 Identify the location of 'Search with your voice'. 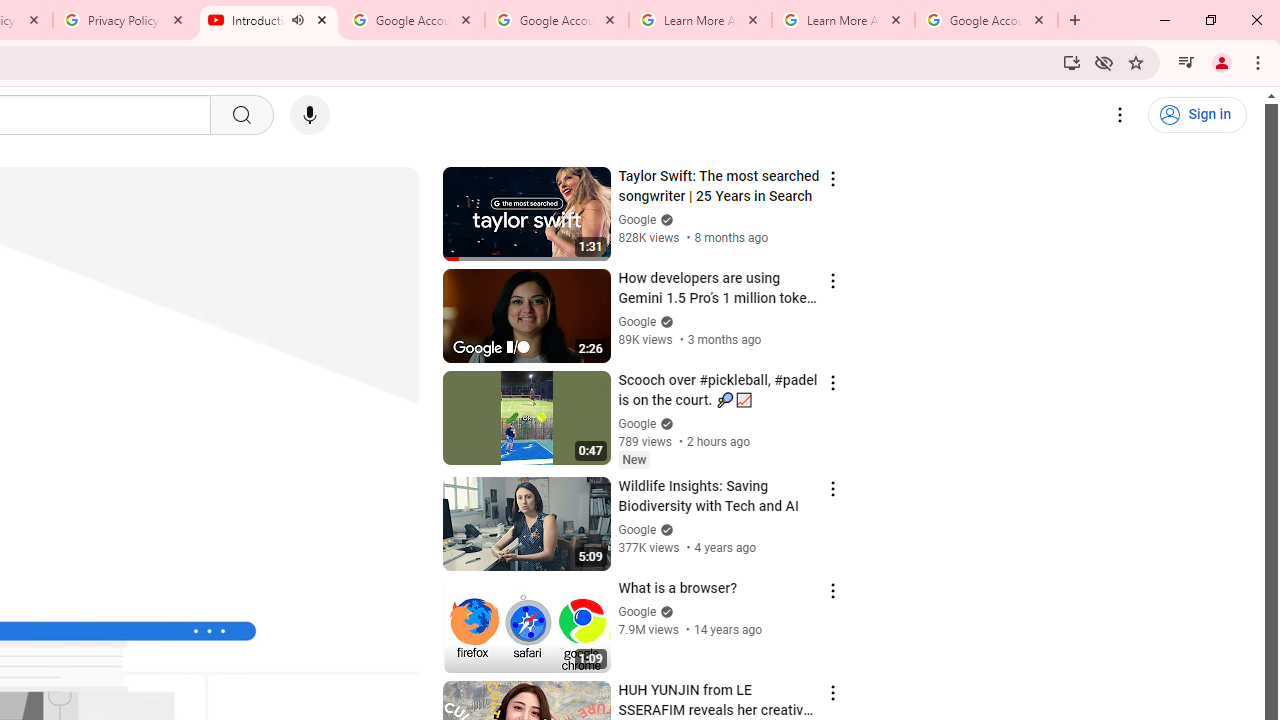
(308, 115).